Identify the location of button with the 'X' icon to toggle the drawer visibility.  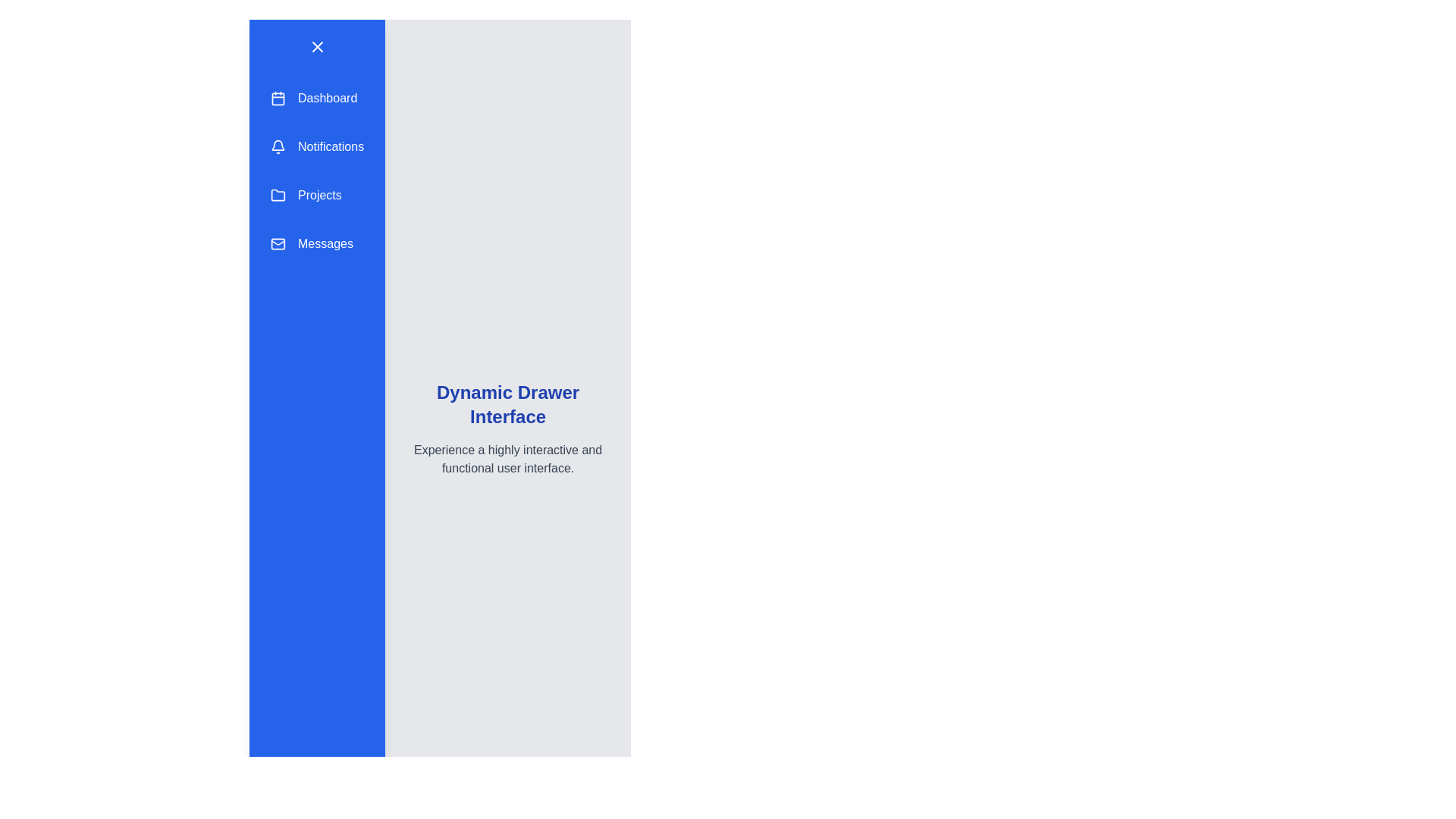
(315, 45).